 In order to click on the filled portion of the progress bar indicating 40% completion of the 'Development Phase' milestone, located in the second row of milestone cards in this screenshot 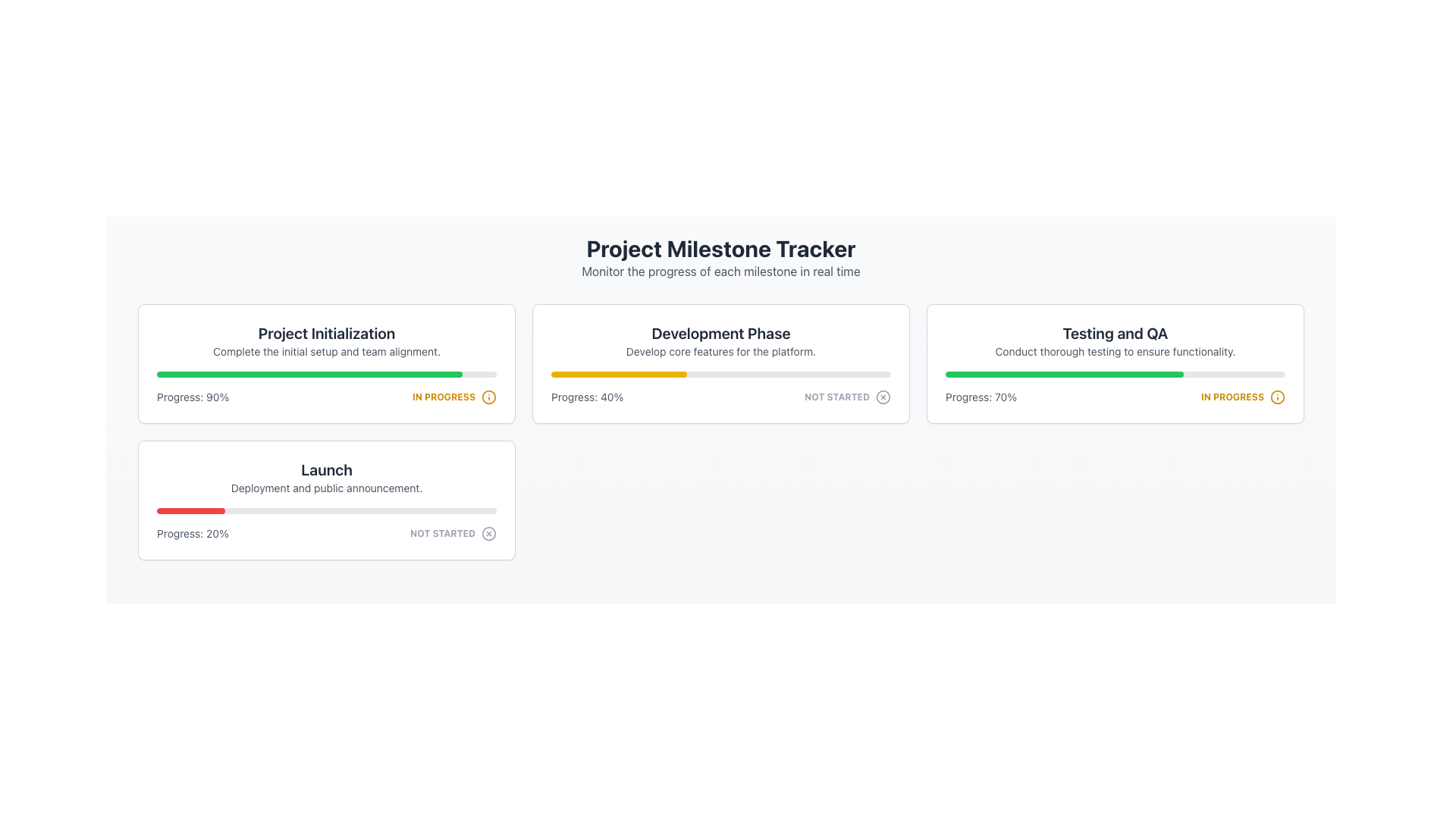, I will do `click(619, 374)`.